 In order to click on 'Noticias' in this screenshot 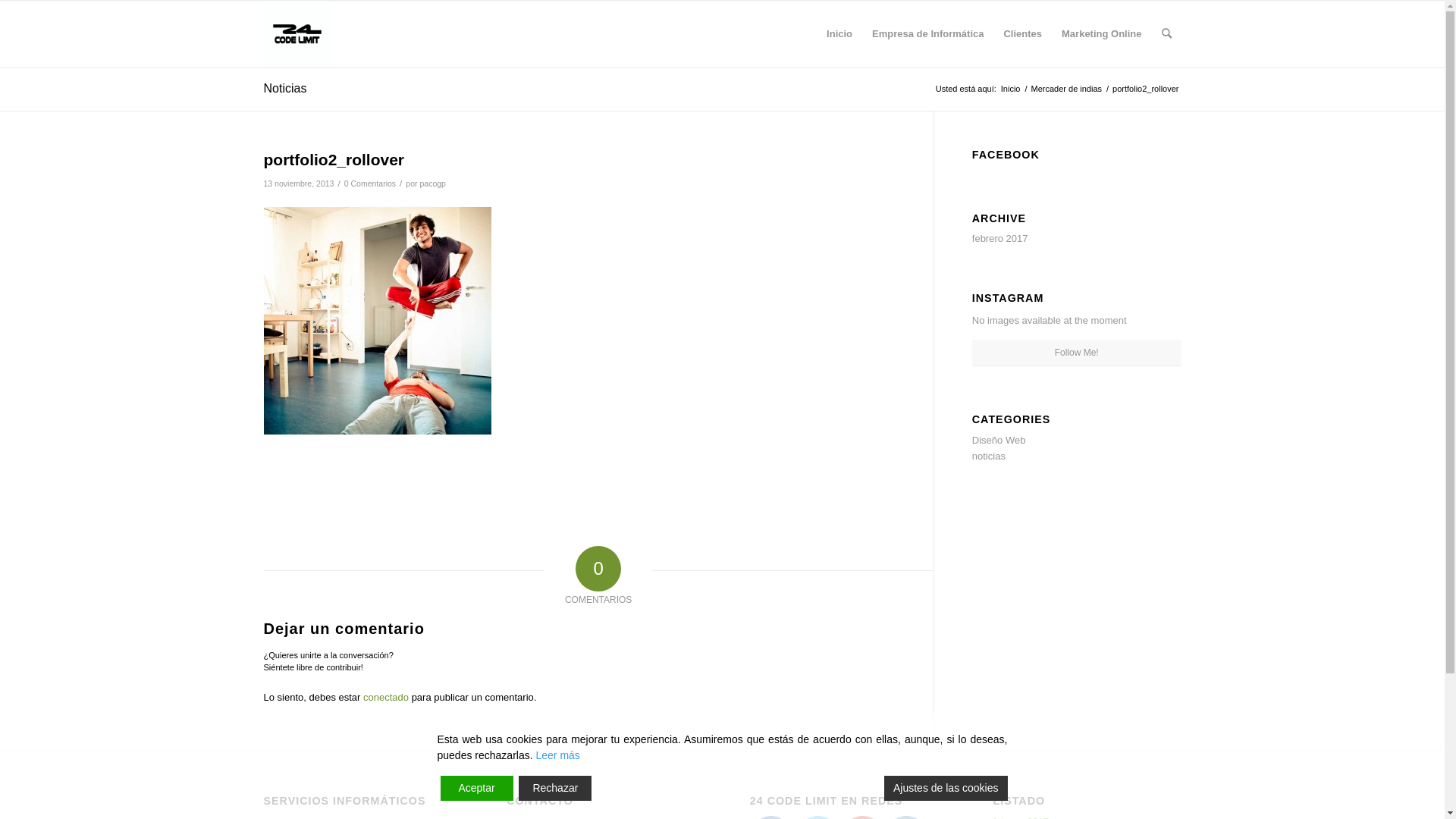, I will do `click(285, 88)`.